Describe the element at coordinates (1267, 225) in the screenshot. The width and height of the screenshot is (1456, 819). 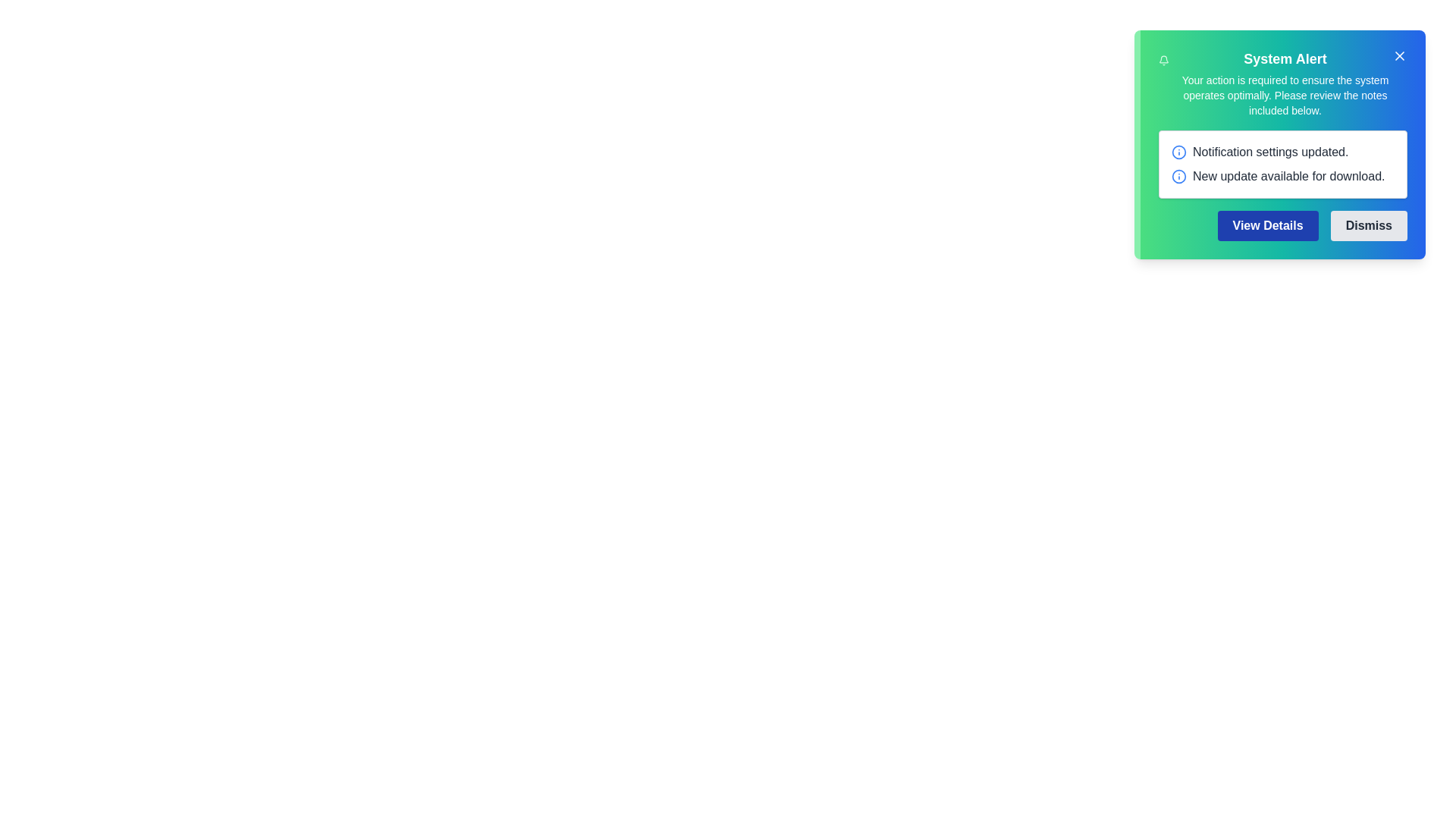
I see `the 'View Details' button` at that location.